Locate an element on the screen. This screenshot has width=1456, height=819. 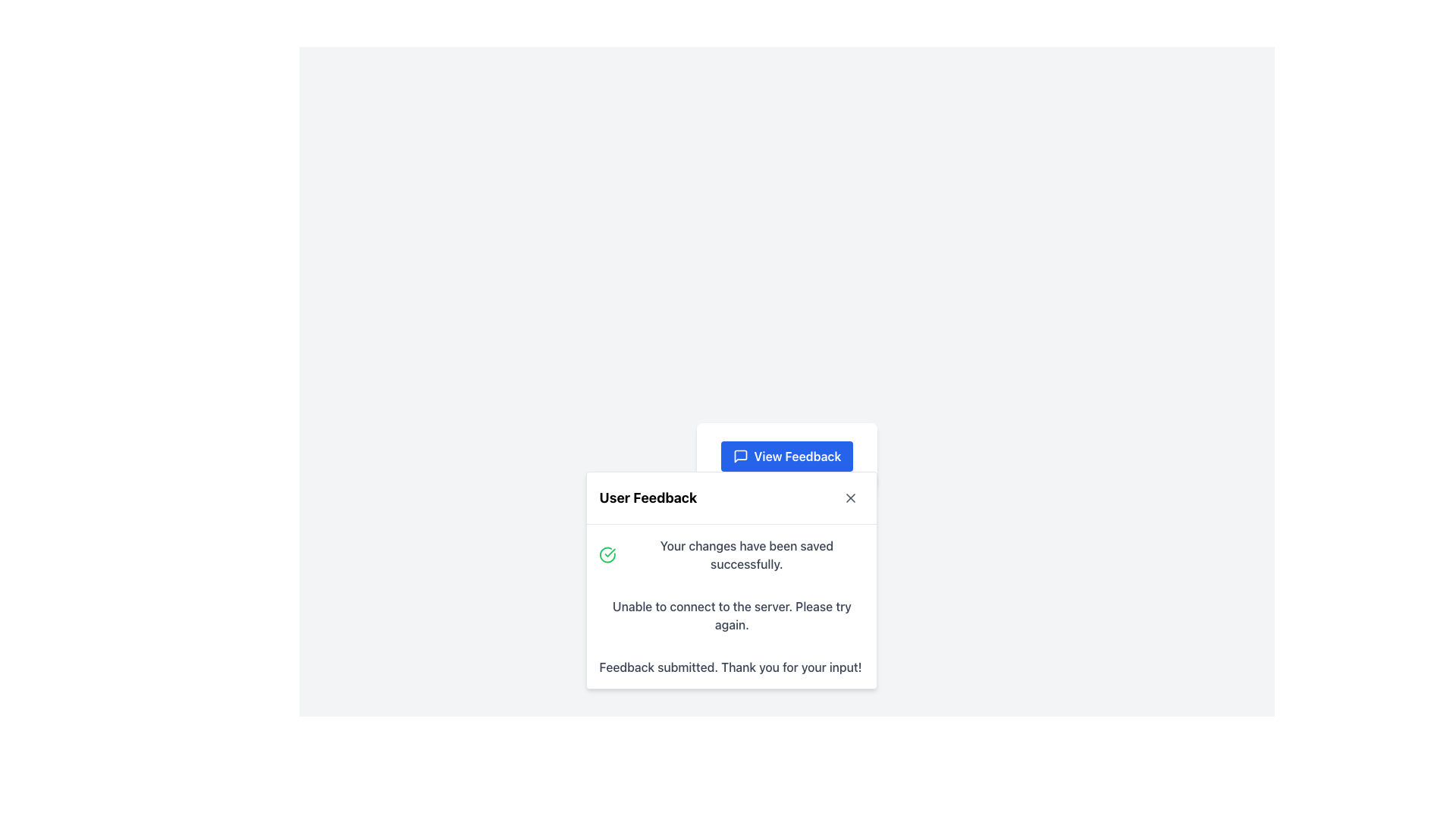
static text notifying the user of a connection issue, which is located centrally in the feedback modal below the success message 'Your changes have been saved successfully.' is located at coordinates (732, 616).